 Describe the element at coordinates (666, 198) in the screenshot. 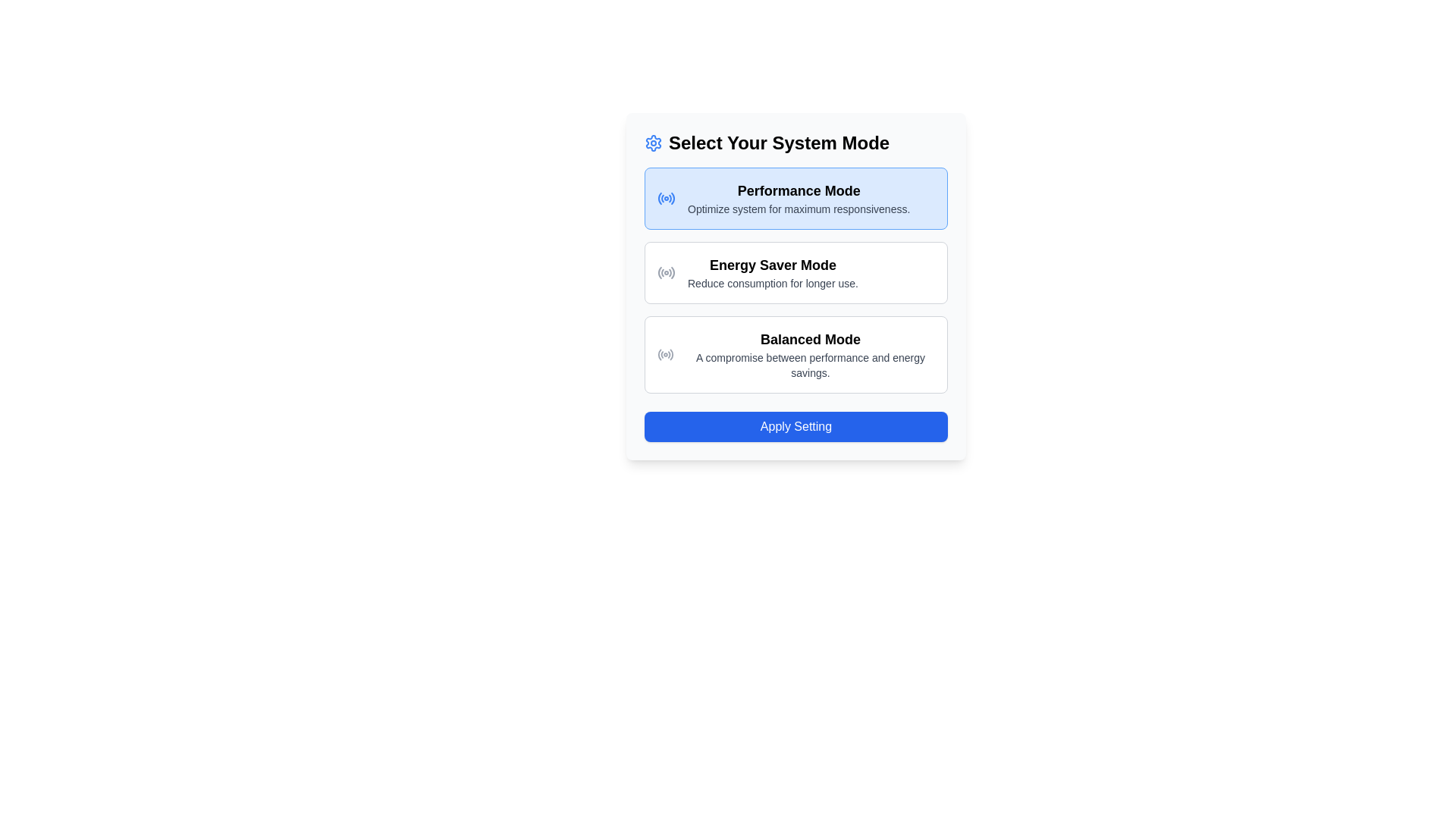

I see `the 'Performance Mode' icon represented as an SVG, which indicates the selected system setting on the left side of the selection panel` at that location.